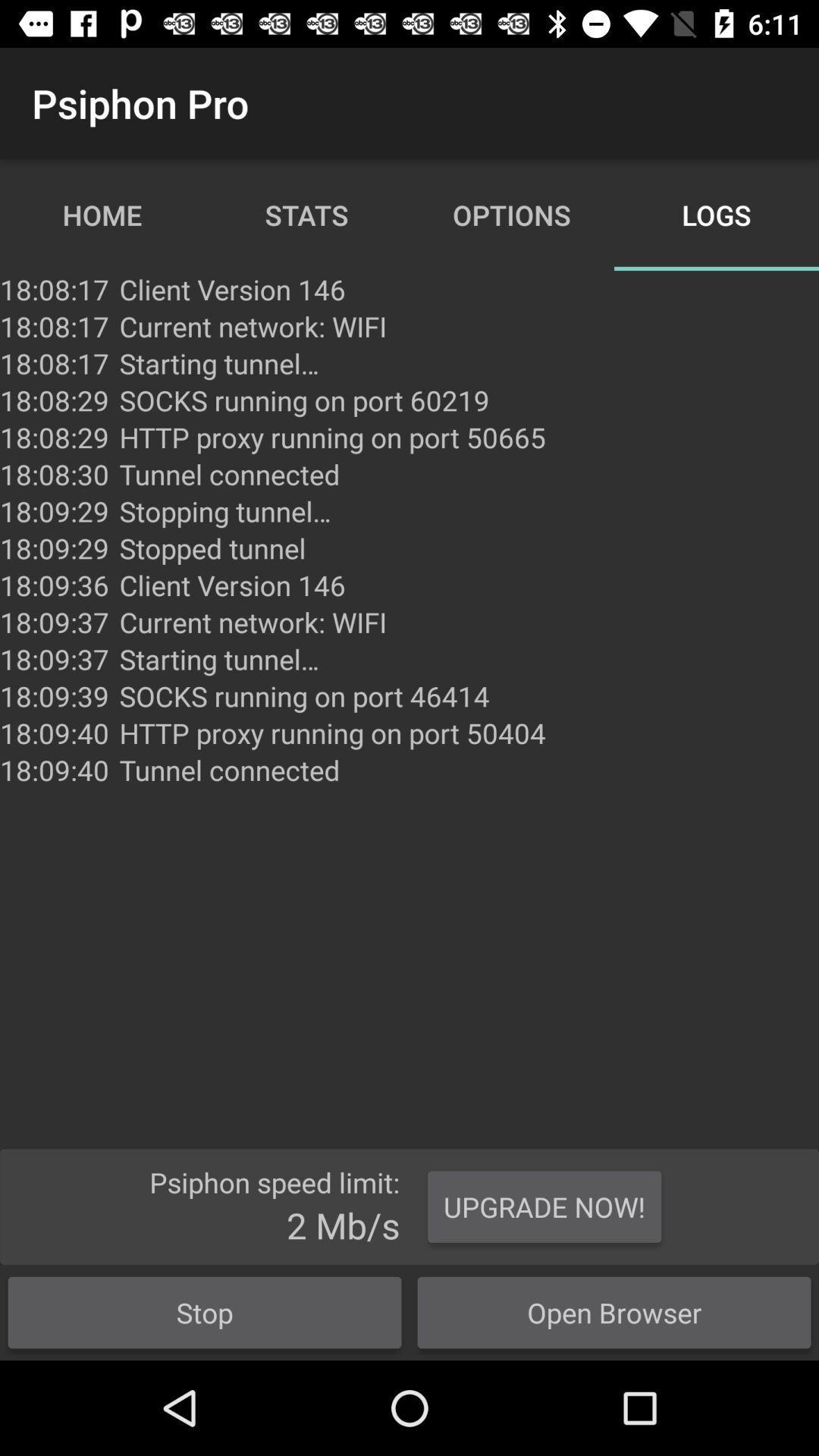 This screenshot has width=819, height=1456. What do you see at coordinates (225, 511) in the screenshot?
I see `item to the right of 18:08:30 item` at bounding box center [225, 511].